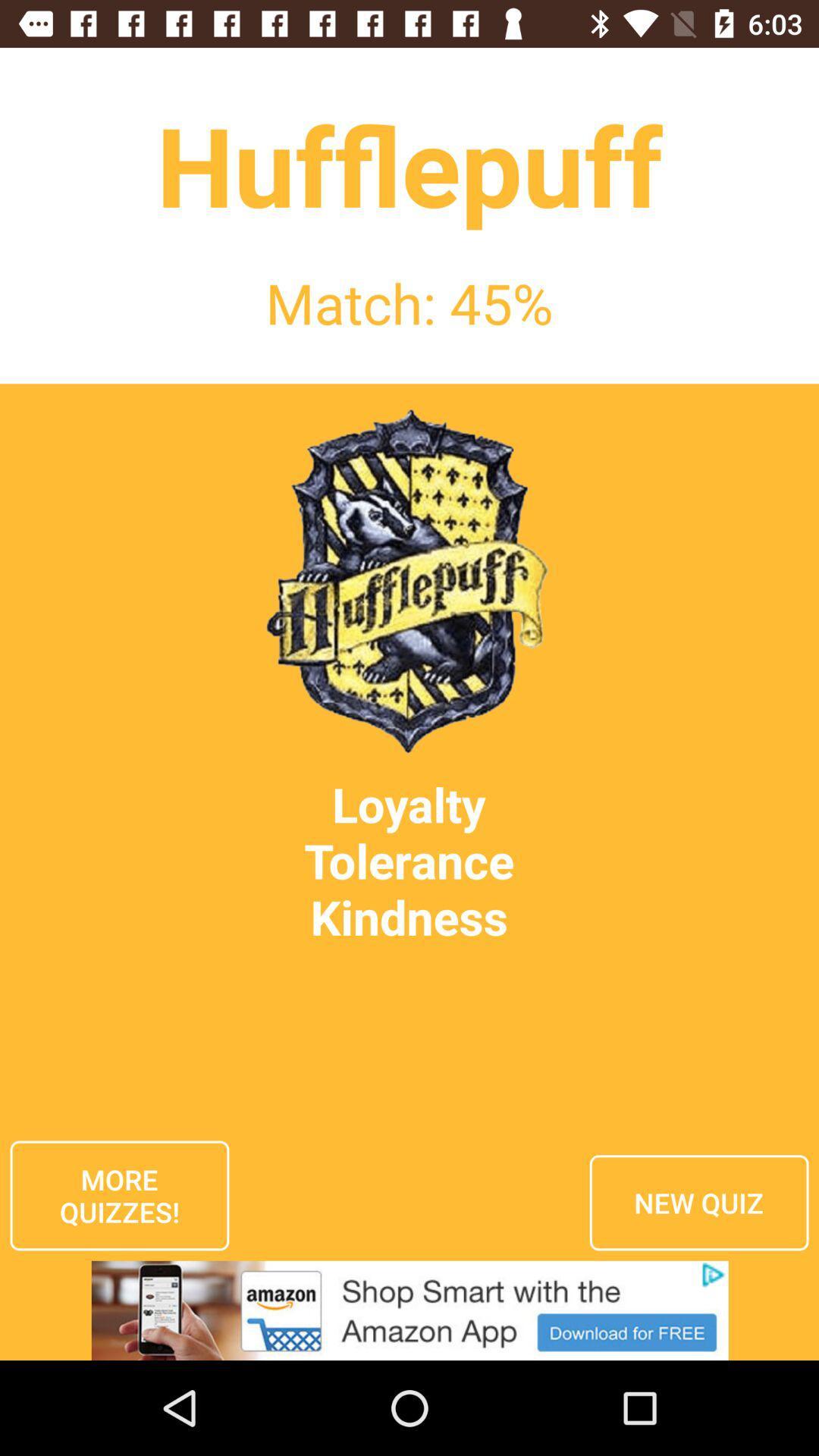 The width and height of the screenshot is (819, 1456). Describe the element at coordinates (409, 1310) in the screenshot. I see `advertisement` at that location.